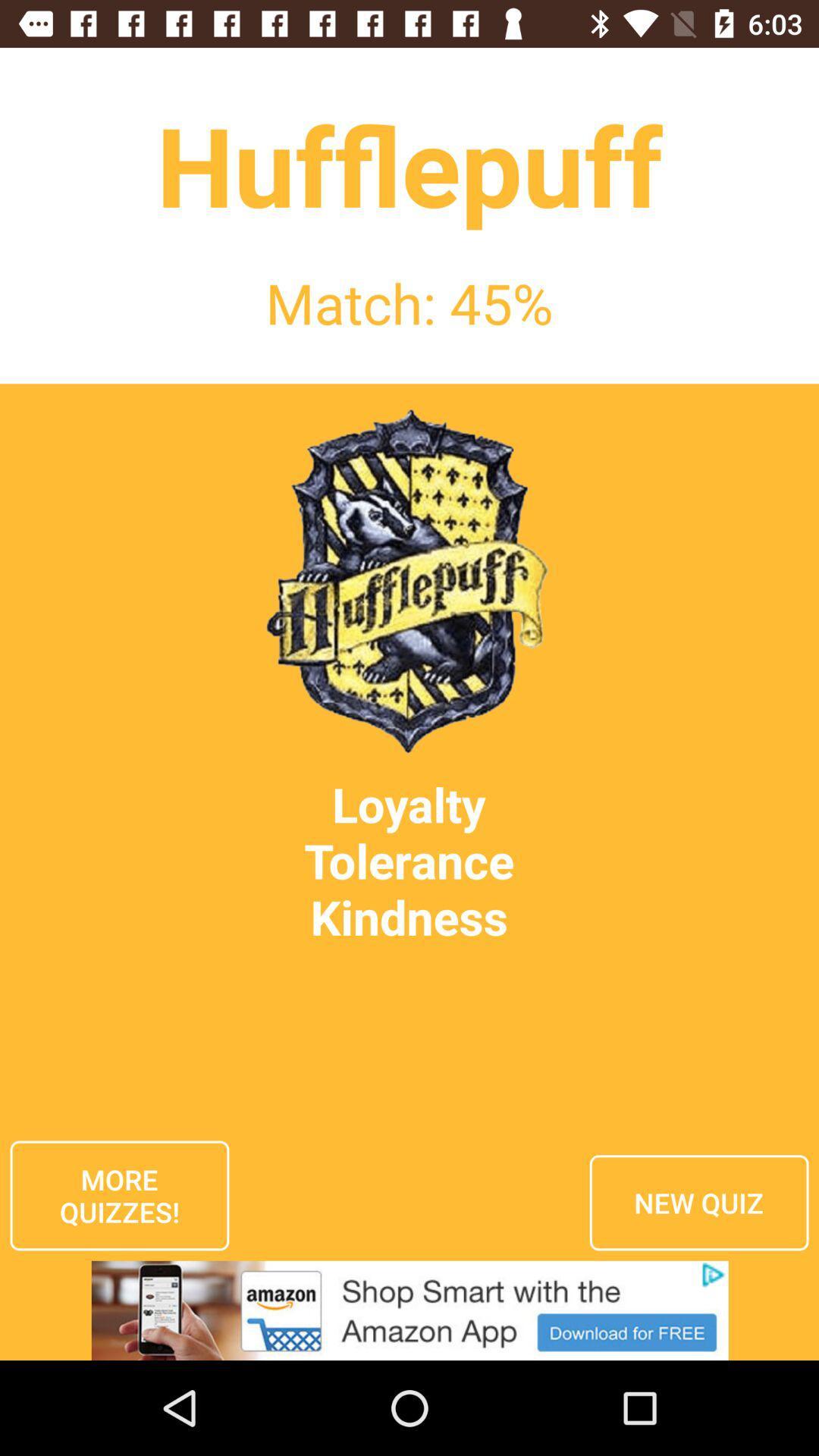 The width and height of the screenshot is (819, 1456). Describe the element at coordinates (409, 1310) in the screenshot. I see `advertisement` at that location.